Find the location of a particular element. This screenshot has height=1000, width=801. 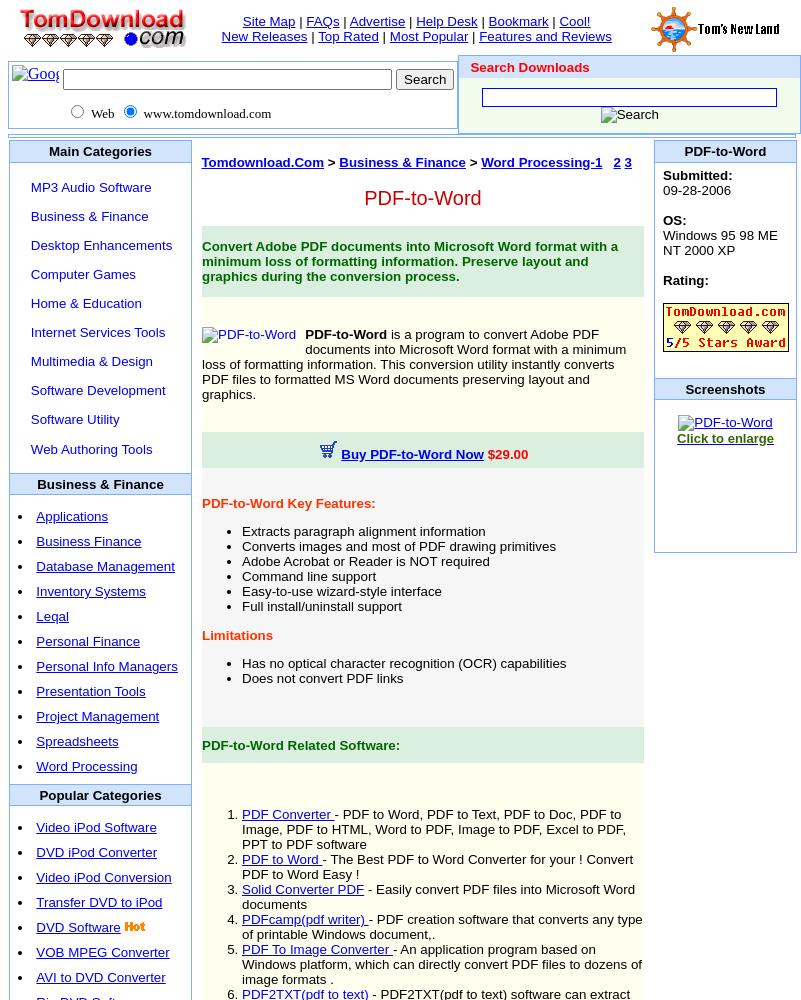

'Word Processing' is located at coordinates (35, 766).